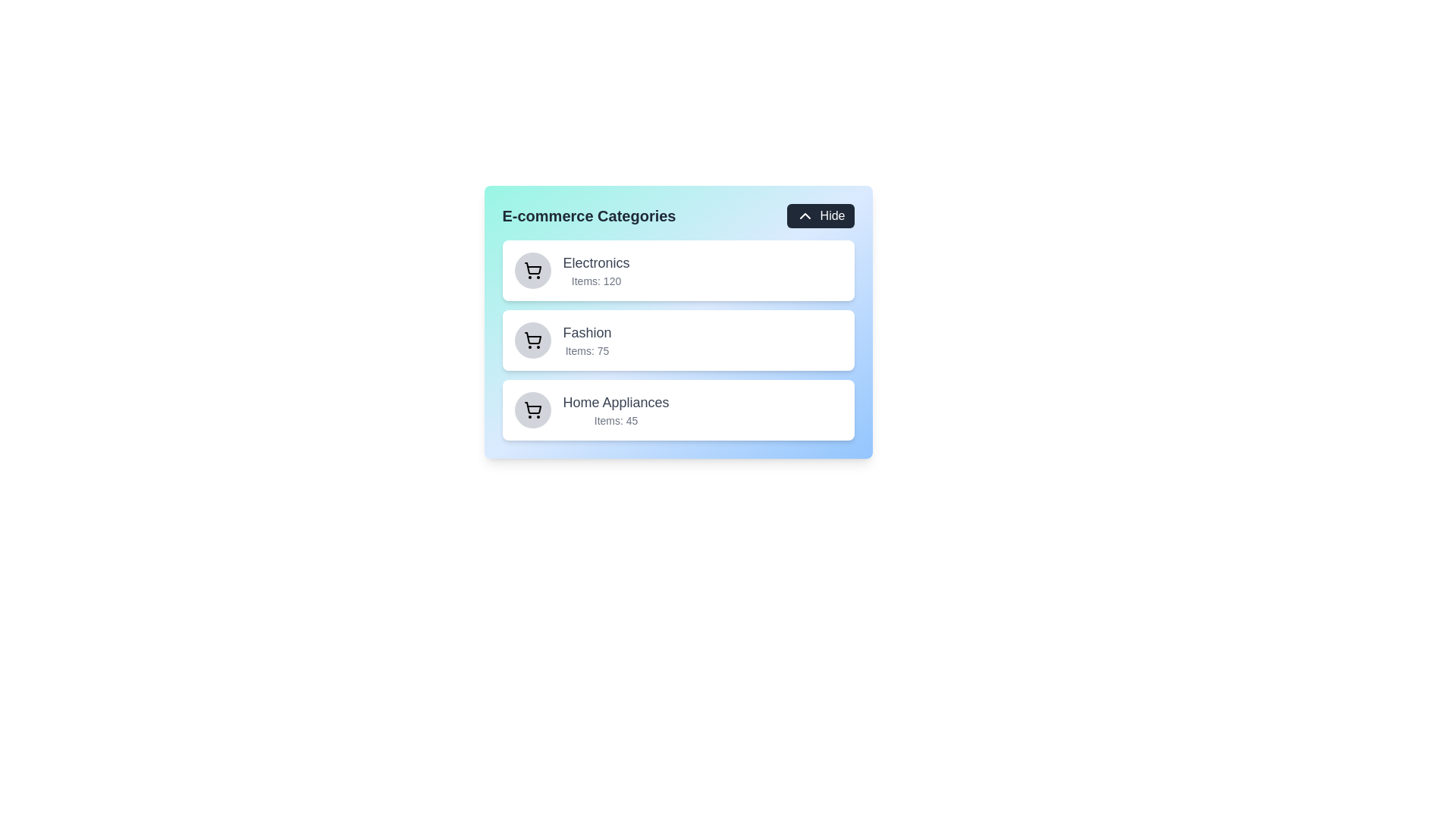 This screenshot has width=1456, height=819. Describe the element at coordinates (819, 216) in the screenshot. I see `the 'Hide' button to toggle the menu visibility` at that location.